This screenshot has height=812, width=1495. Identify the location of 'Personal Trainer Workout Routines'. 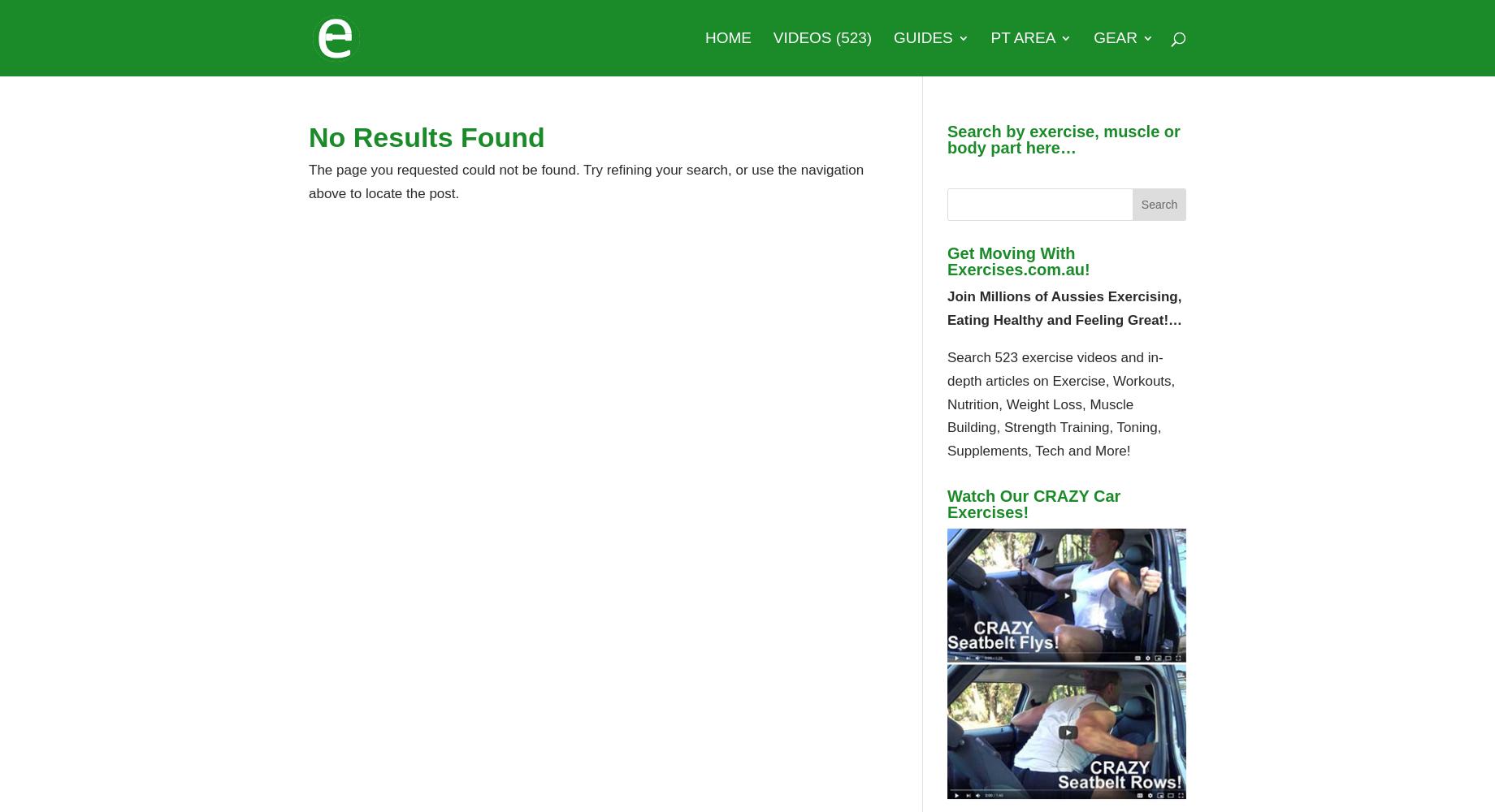
(1064, 222).